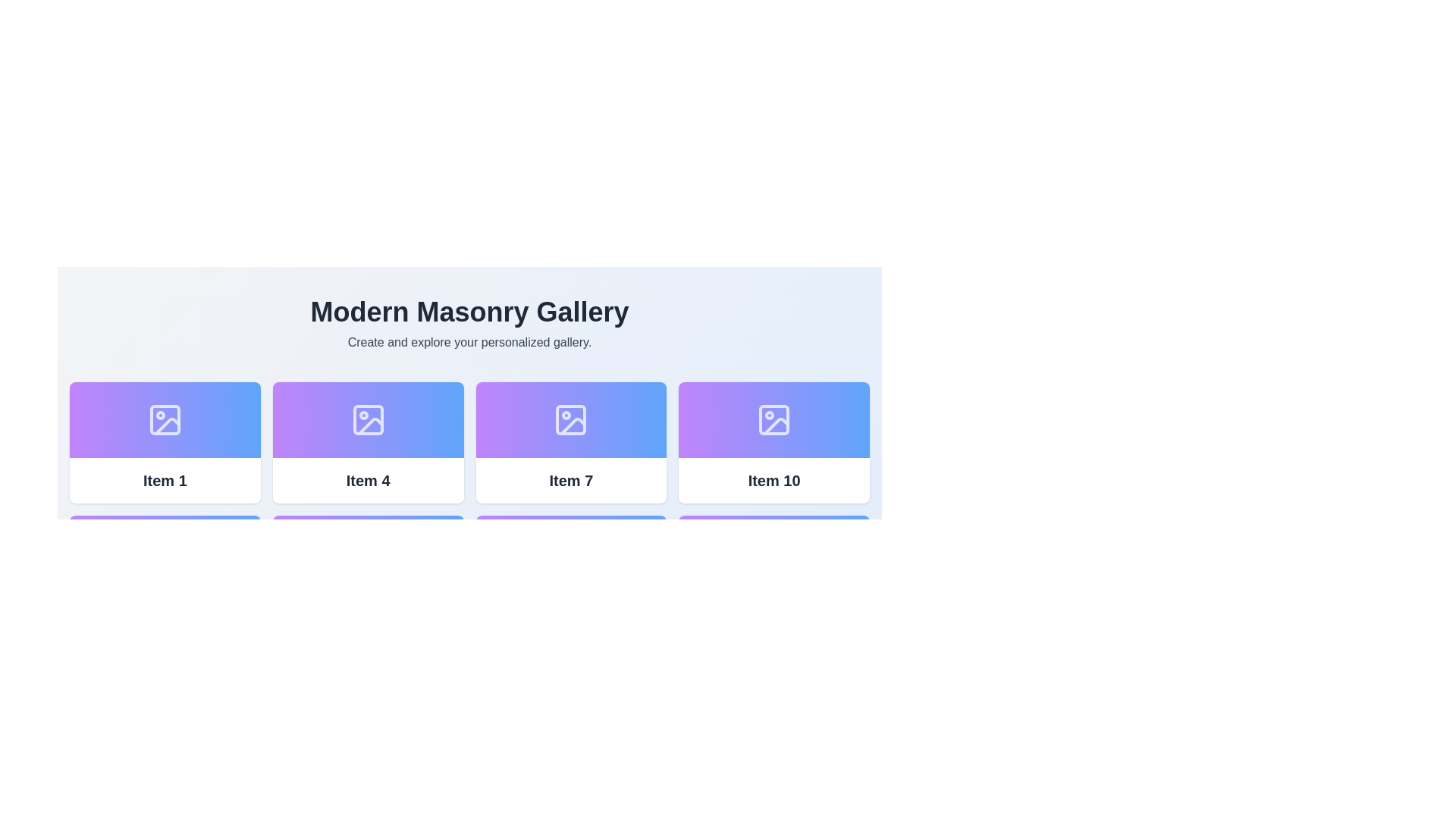 The height and width of the screenshot is (819, 1456). What do you see at coordinates (368, 480) in the screenshot?
I see `the Text label displaying the name 'Item 4', which is located in the middle of the second row of cards in a grid layout` at bounding box center [368, 480].